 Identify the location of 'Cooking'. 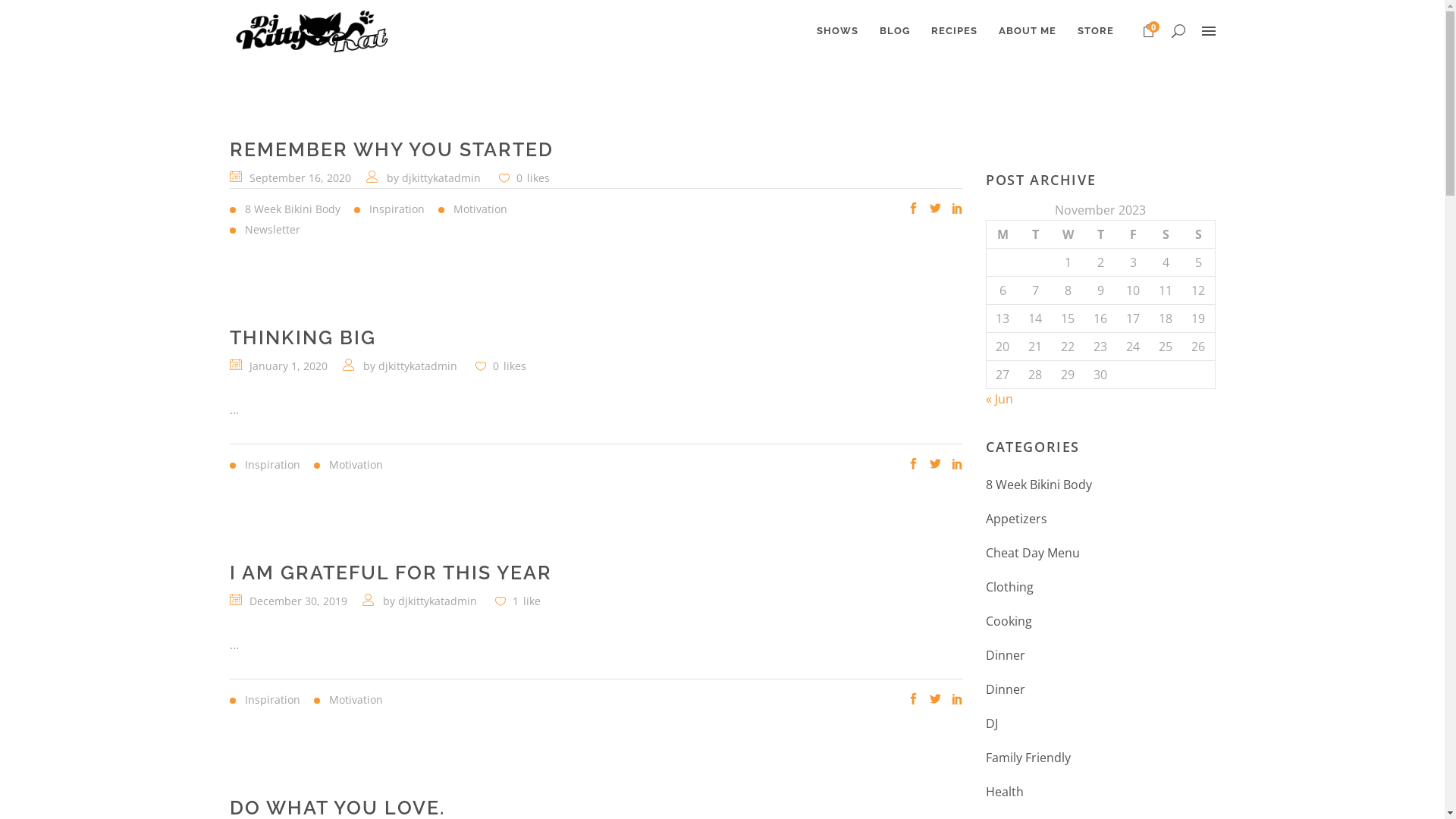
(1009, 621).